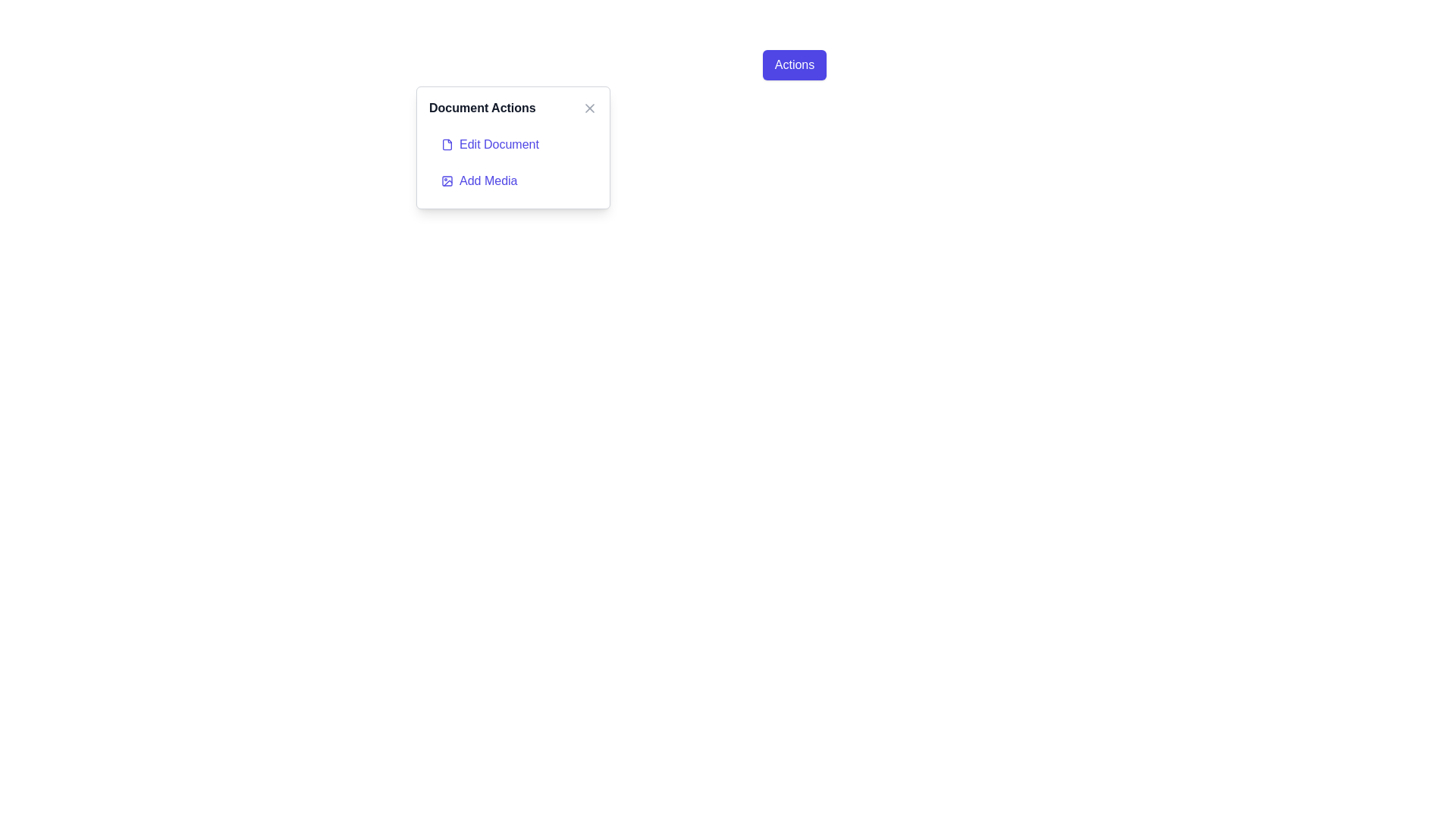 The image size is (1456, 819). I want to click on the leading camera icon within the 'Add Media' row in the 'Document Actions' dropdown menu for visual cues, so click(447, 180).